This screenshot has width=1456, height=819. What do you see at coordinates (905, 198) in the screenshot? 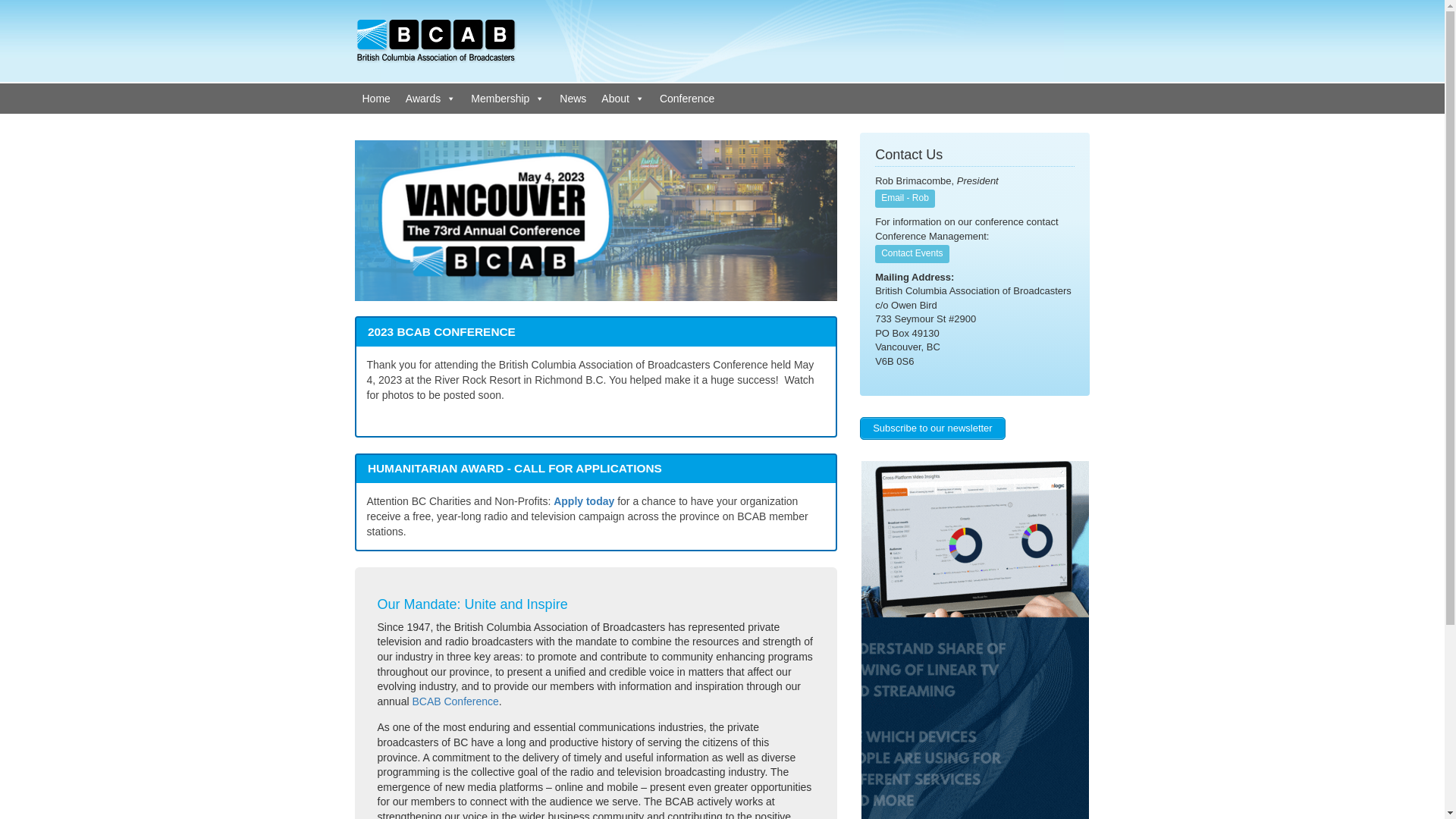
I see `'Email - Rob'` at bounding box center [905, 198].